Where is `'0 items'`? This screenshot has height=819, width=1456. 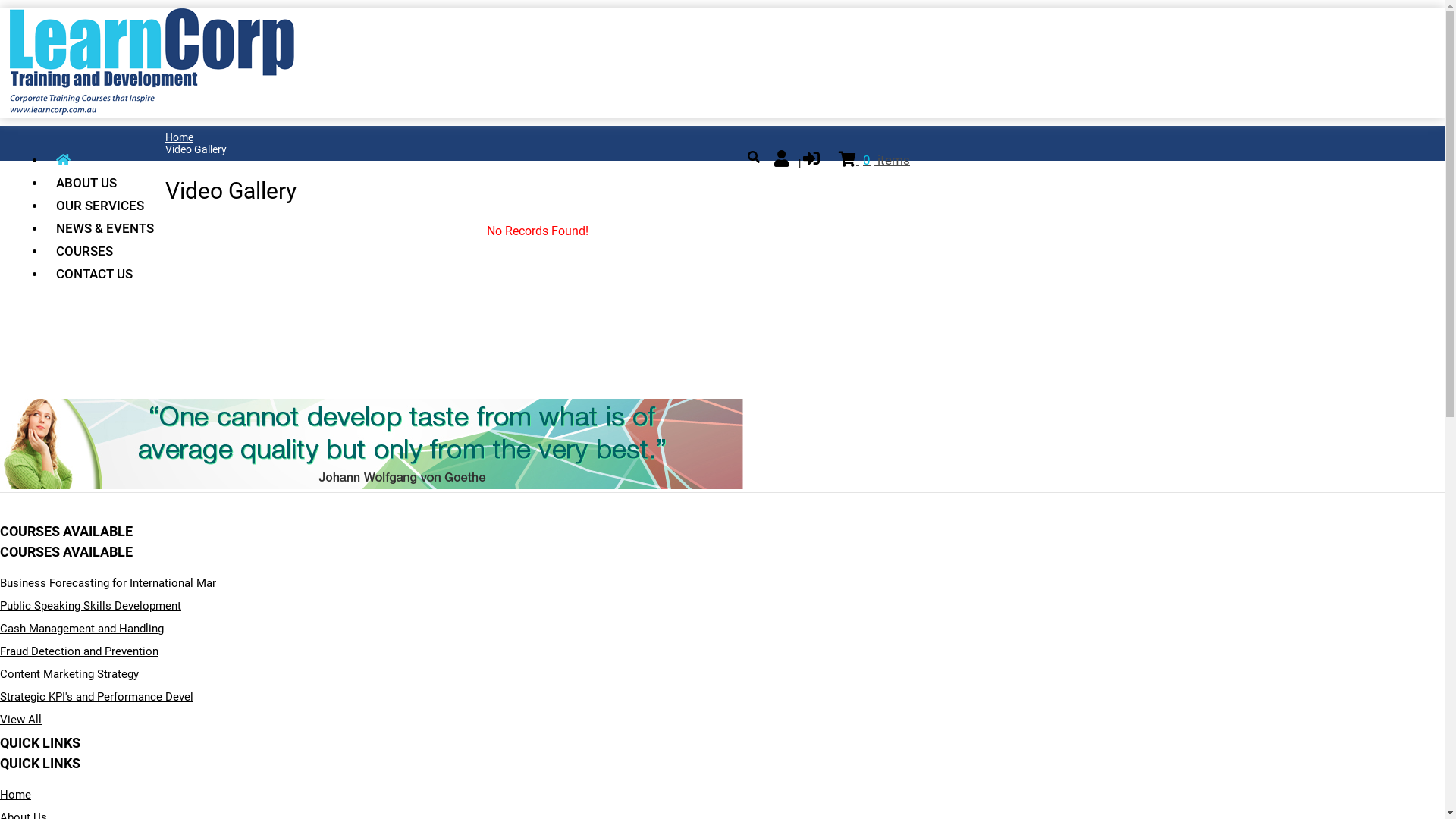
'0 items' is located at coordinates (874, 160).